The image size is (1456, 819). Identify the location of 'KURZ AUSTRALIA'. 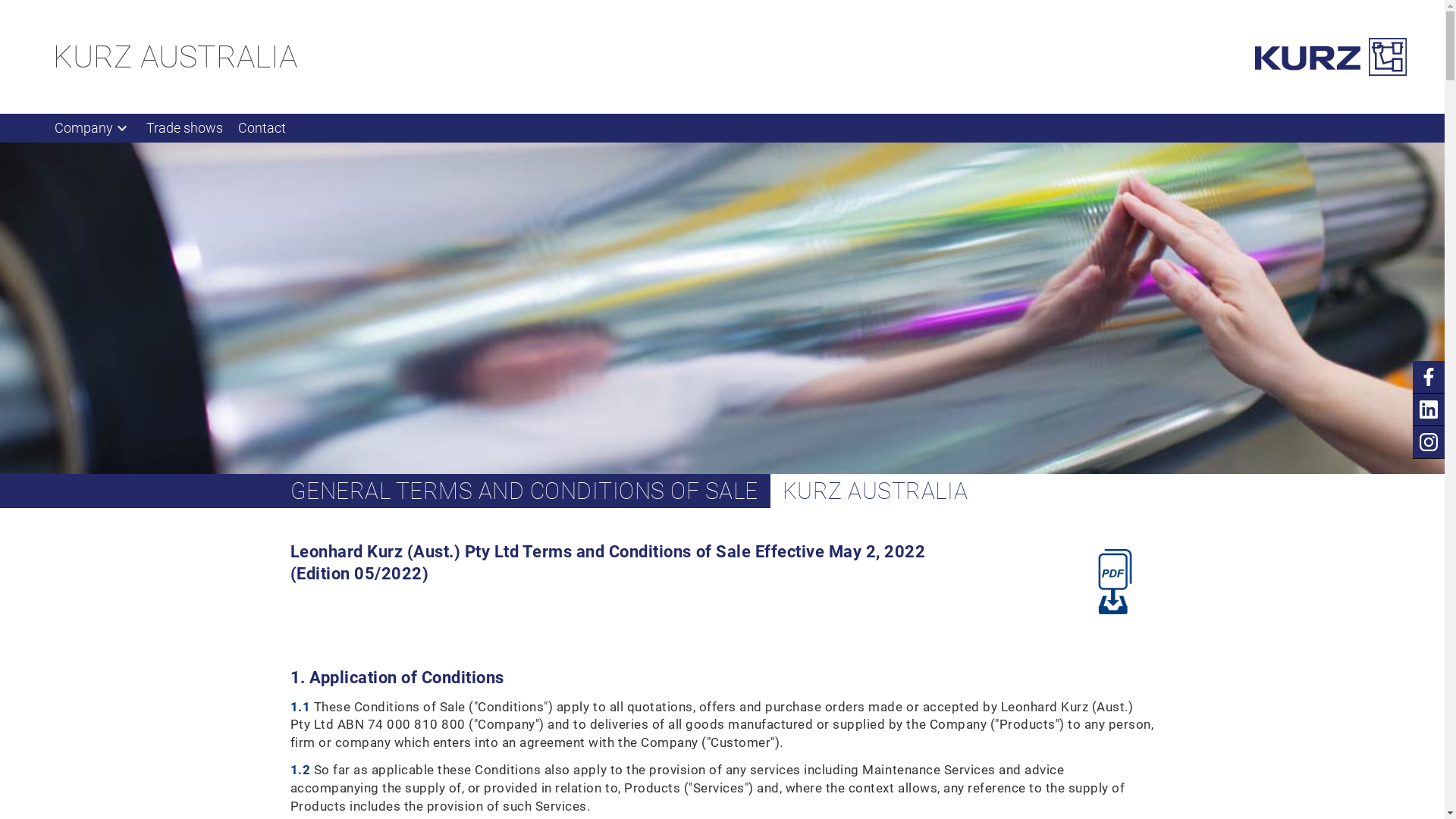
(174, 55).